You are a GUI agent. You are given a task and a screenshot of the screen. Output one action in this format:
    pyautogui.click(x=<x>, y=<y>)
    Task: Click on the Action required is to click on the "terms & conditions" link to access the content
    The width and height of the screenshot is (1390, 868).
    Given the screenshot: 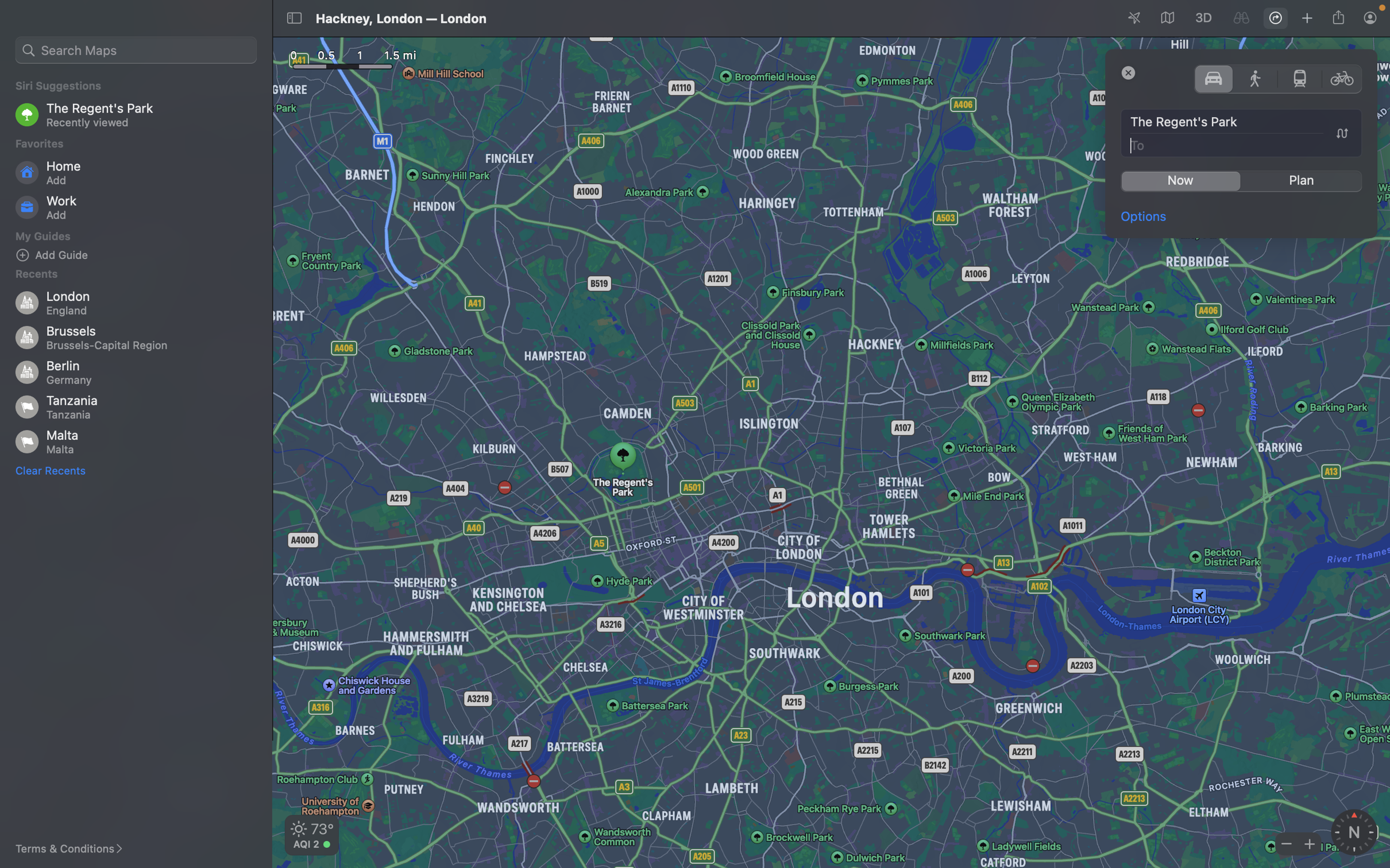 What is the action you would take?
    pyautogui.click(x=76, y=848)
    